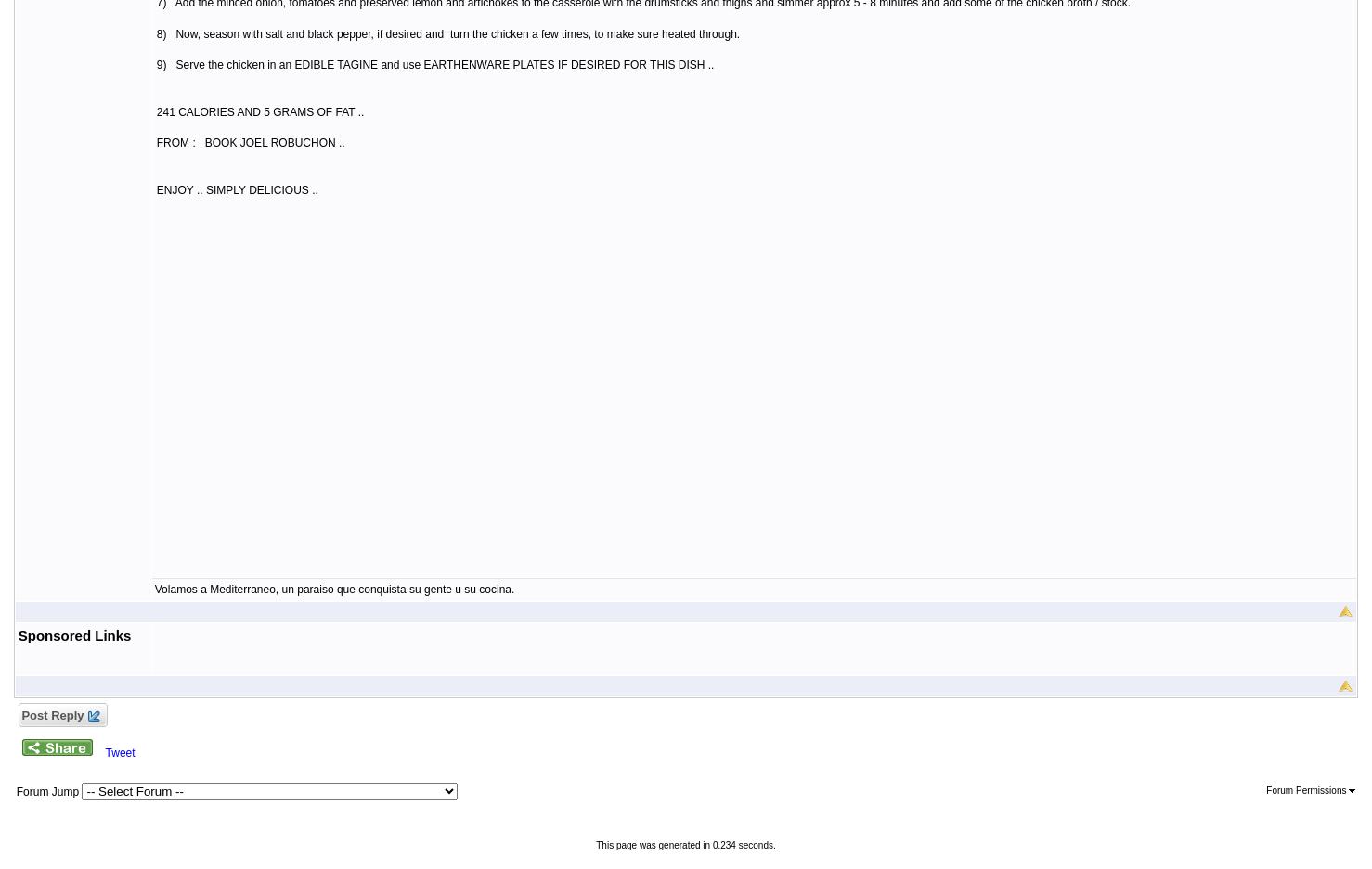 The width and height of the screenshot is (1372, 869). I want to click on 'FROM :   BOOK JOEL ROBUCHON ..', so click(250, 142).